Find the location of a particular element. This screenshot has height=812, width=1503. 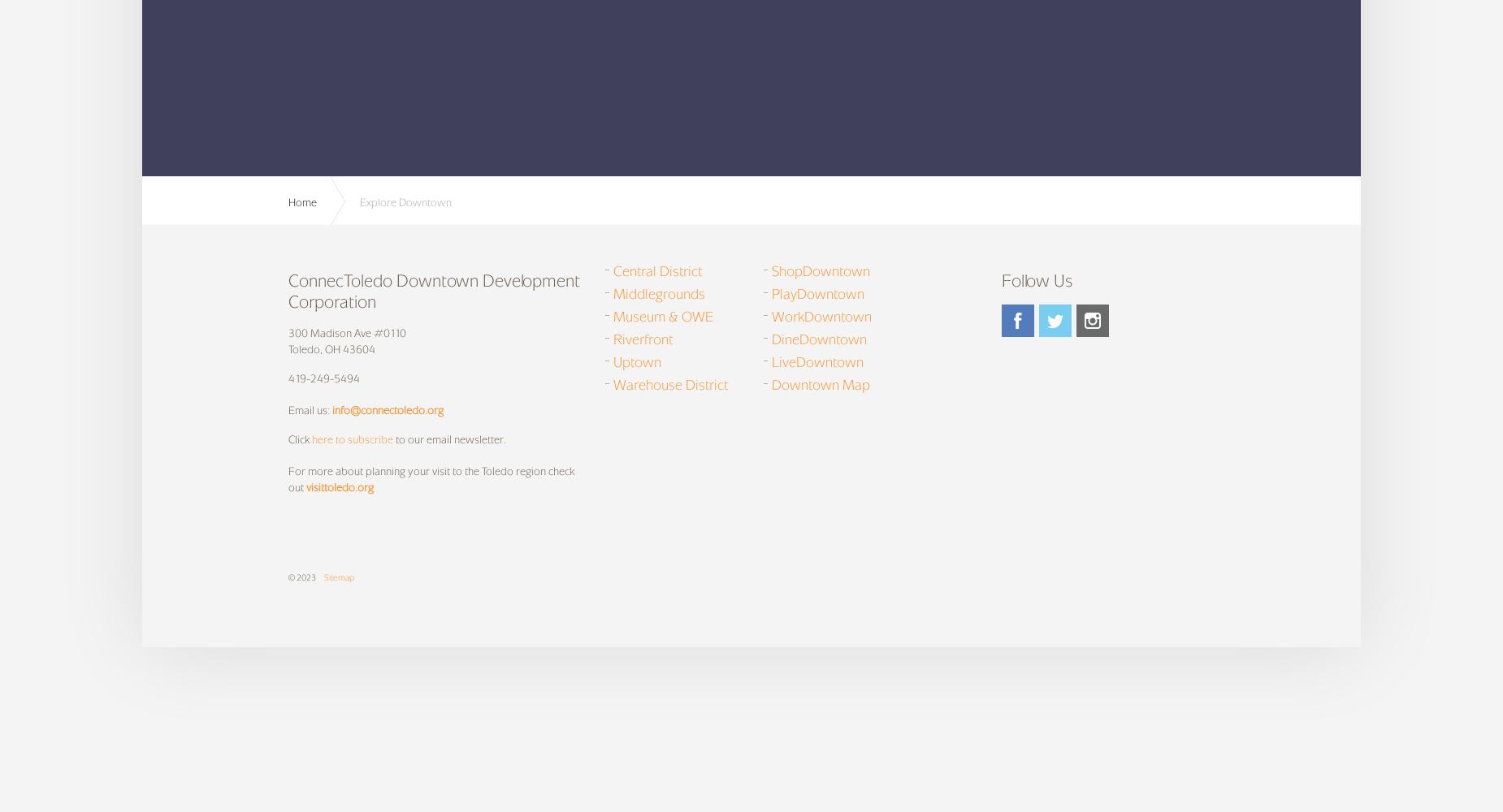

'WorkDowntown' is located at coordinates (821, 316).